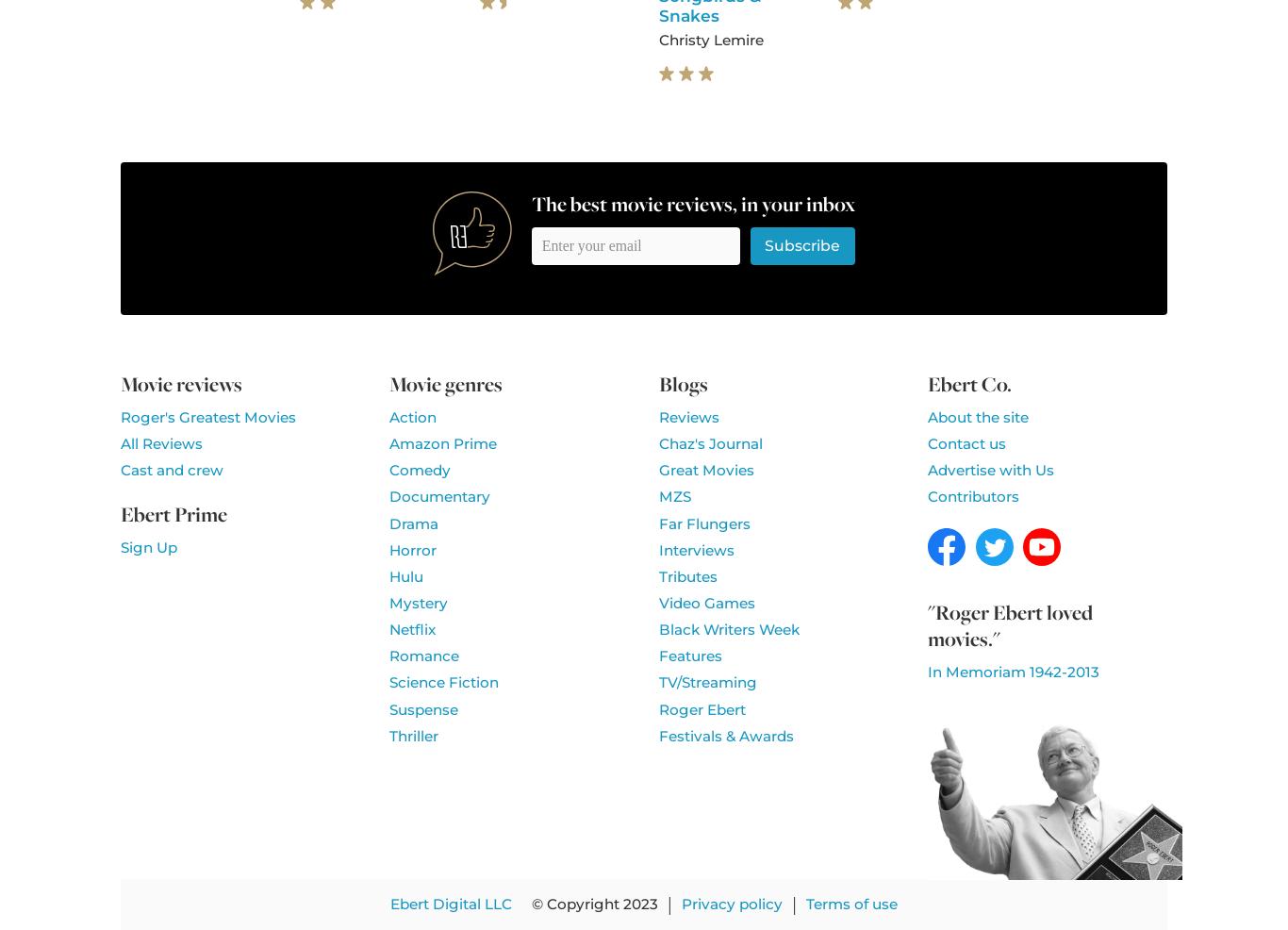  What do you see at coordinates (705, 603) in the screenshot?
I see `'Video Games'` at bounding box center [705, 603].